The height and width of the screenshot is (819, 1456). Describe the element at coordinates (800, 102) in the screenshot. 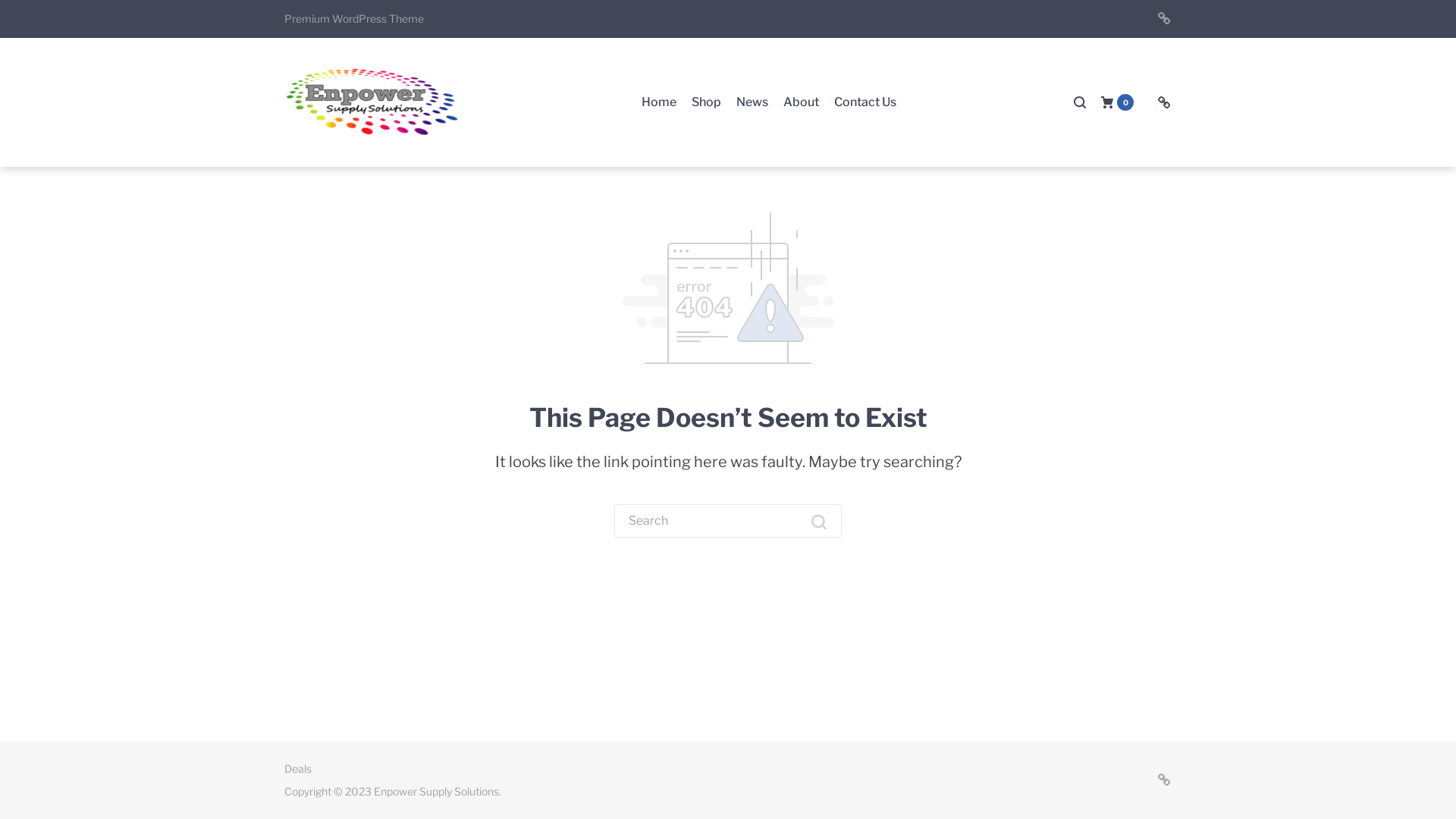

I see `'About'` at that location.